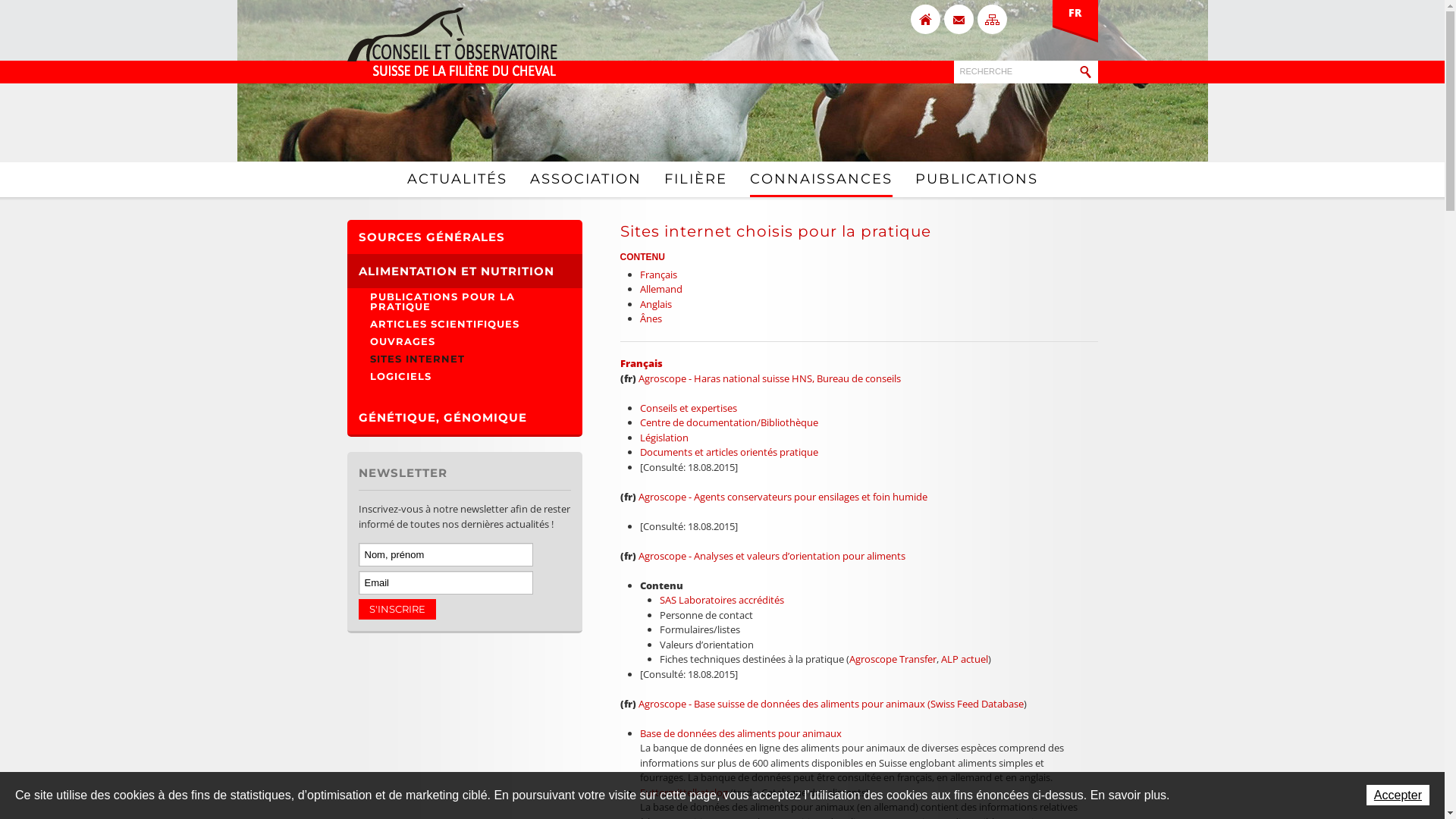 The height and width of the screenshot is (819, 1456). Describe the element at coordinates (397, 608) in the screenshot. I see `'S'INSCRIRE'` at that location.